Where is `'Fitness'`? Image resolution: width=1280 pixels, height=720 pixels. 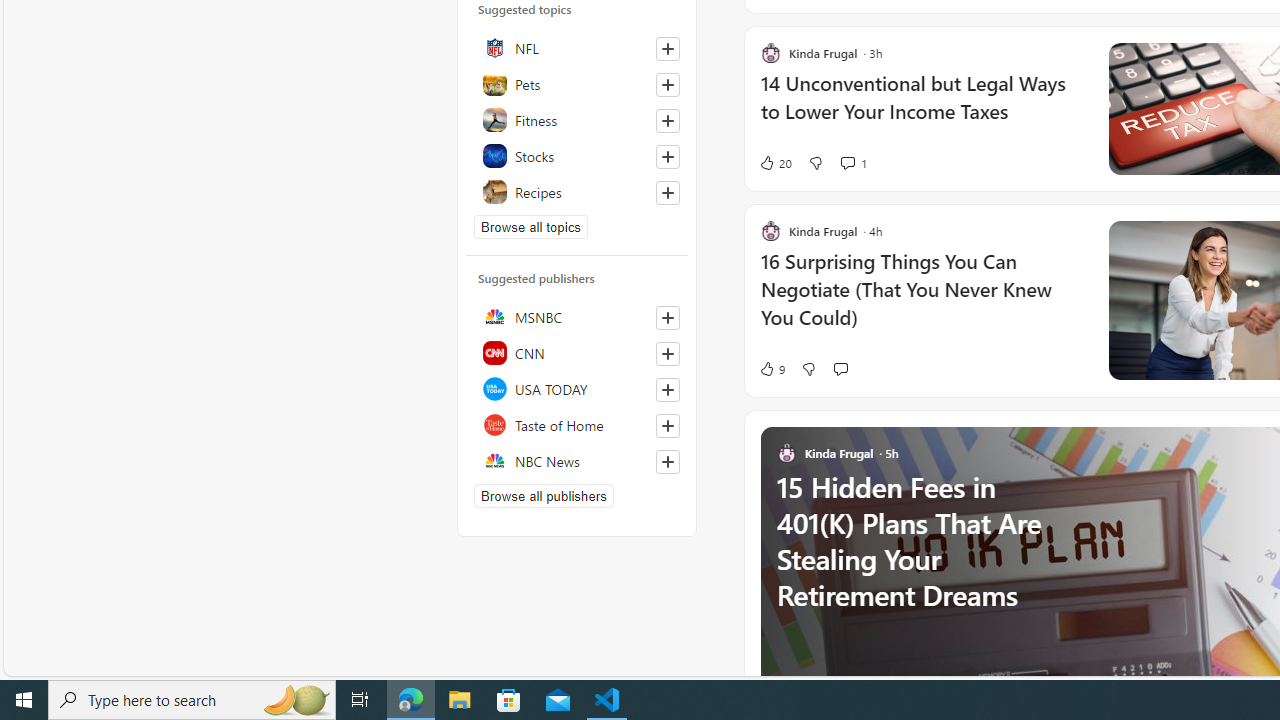 'Fitness' is located at coordinates (576, 119).